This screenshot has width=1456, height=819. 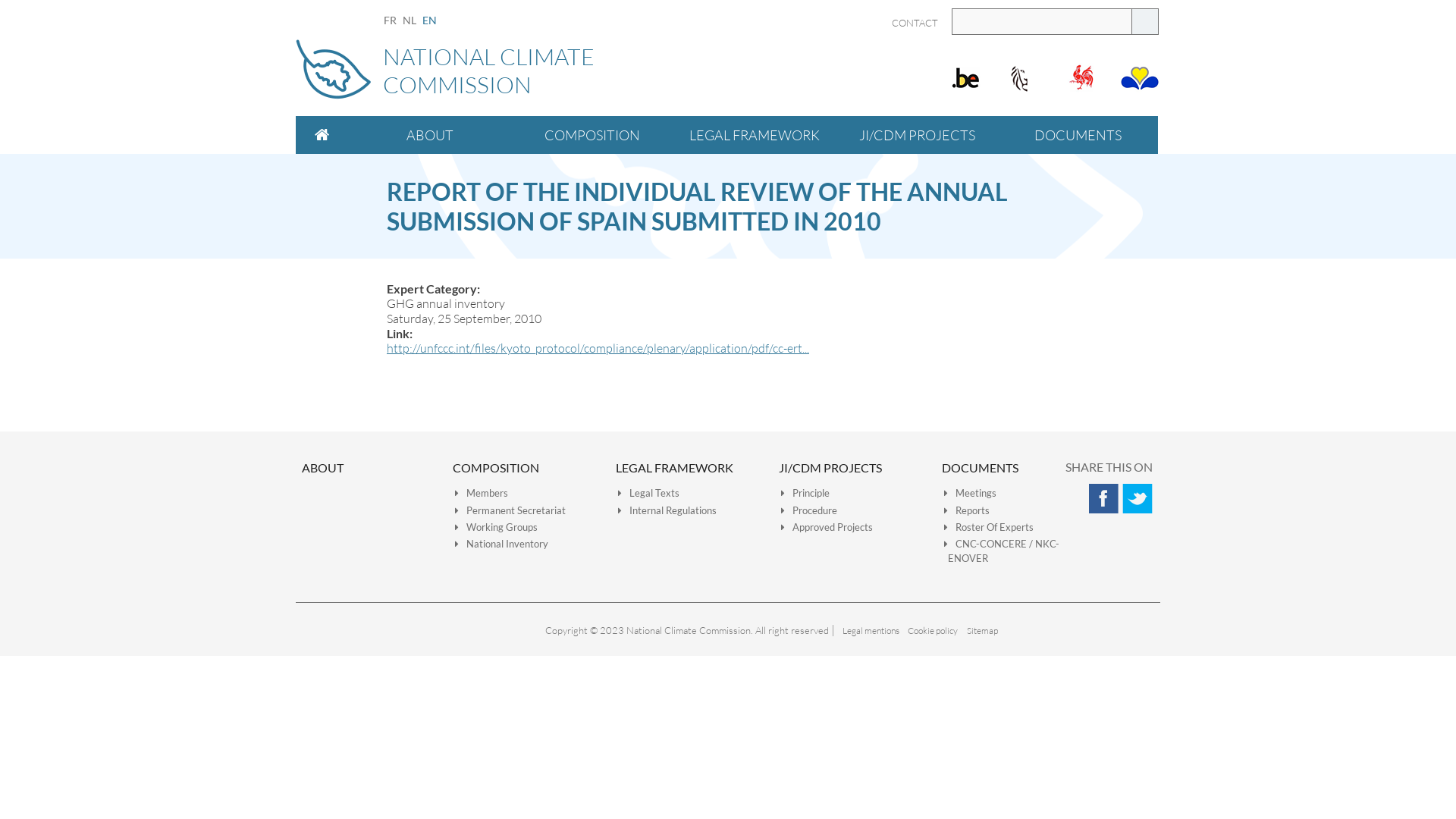 What do you see at coordinates (728, 73) in the screenshot?
I see `'NATIONAL CLIMATE COMMISSION'` at bounding box center [728, 73].